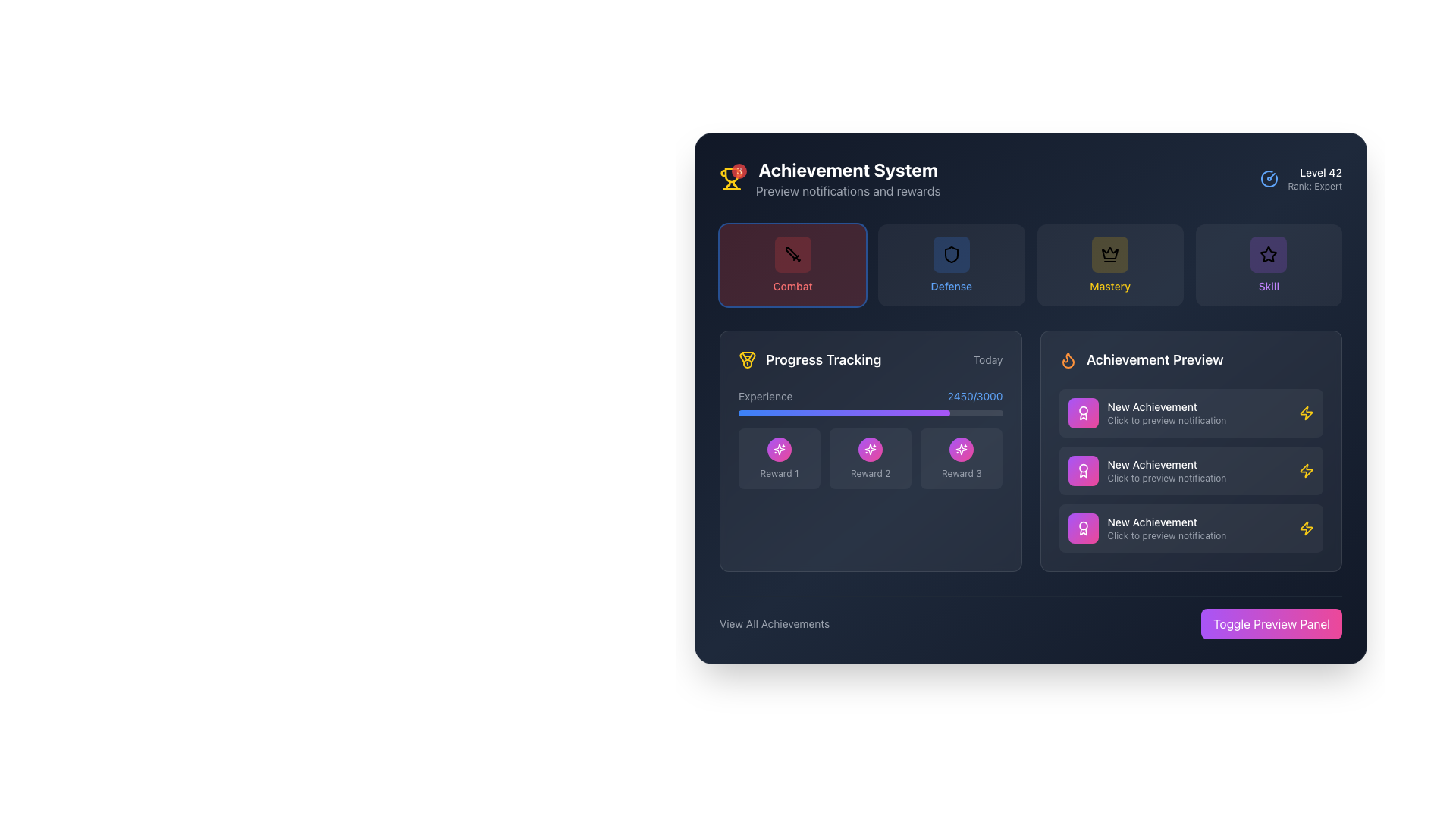  I want to click on the 'Combat' icon located in the upper left corner of the interface under the 'Achievement System' header, so click(792, 253).